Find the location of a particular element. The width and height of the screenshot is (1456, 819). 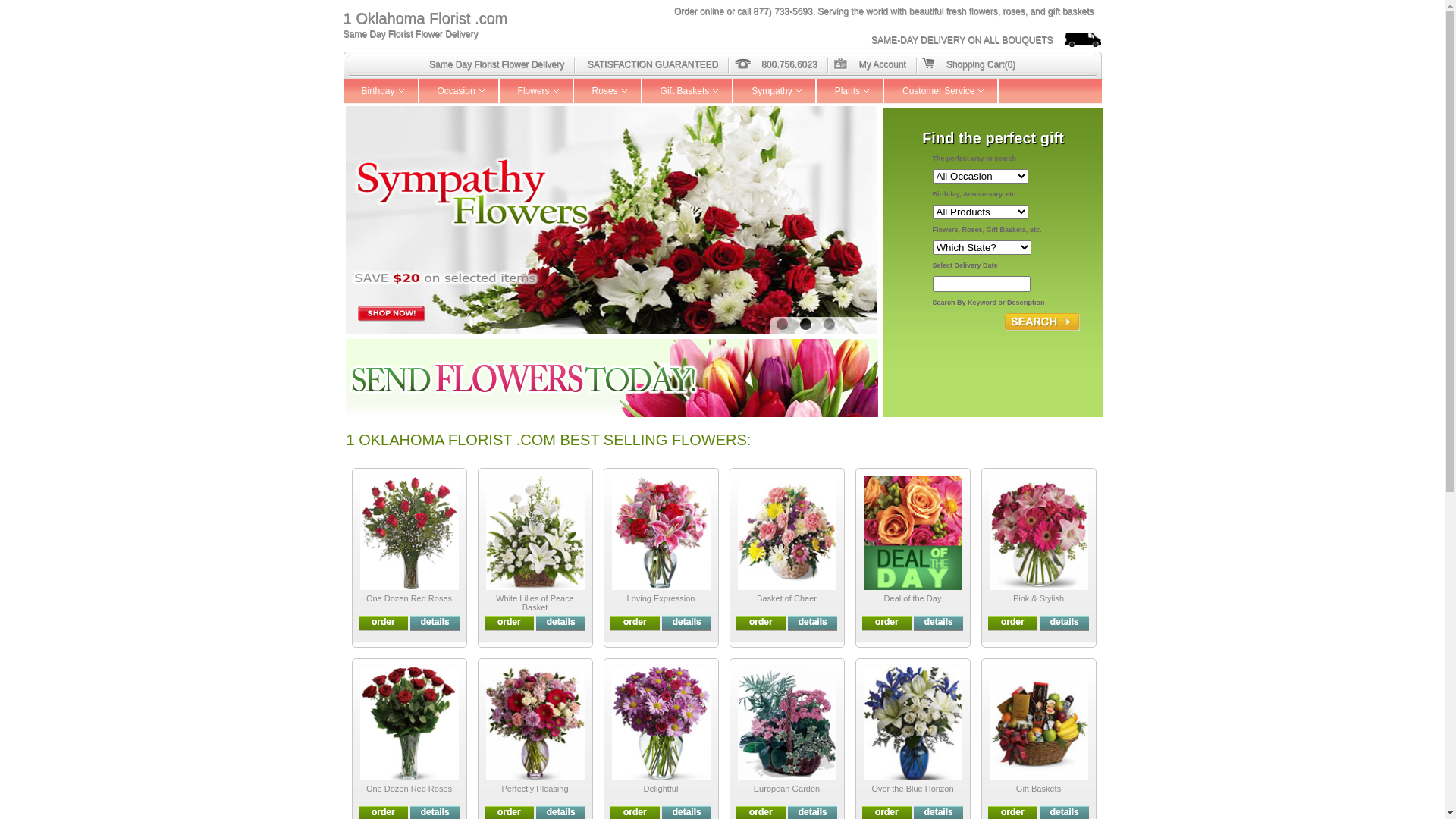

'Search' is located at coordinates (1041, 321).